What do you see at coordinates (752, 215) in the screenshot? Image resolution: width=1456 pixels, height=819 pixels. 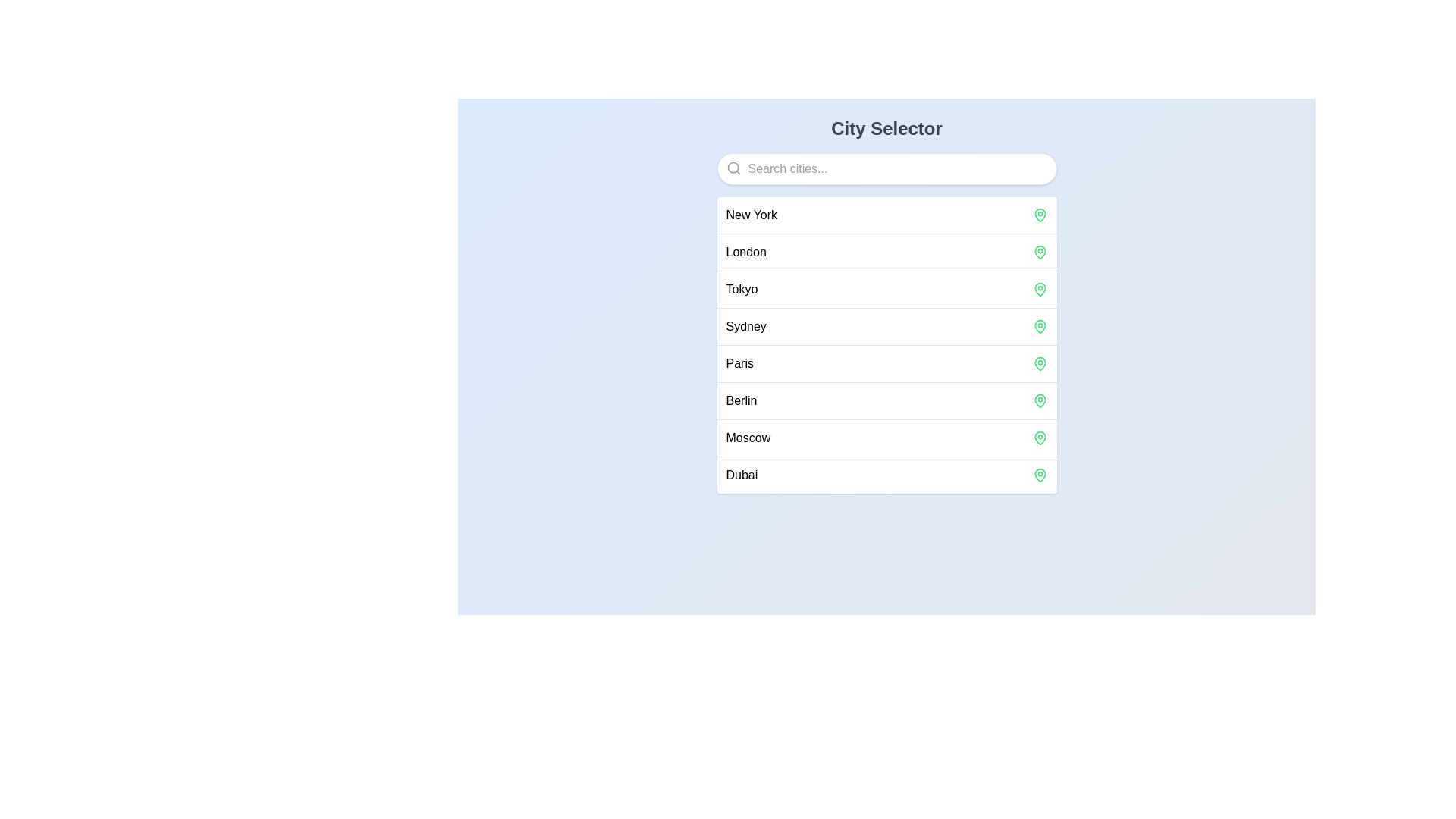 I see `the 'New York' city name text label, which is the first item in the vertically-arranged list of city names near the top of the central panel` at bounding box center [752, 215].